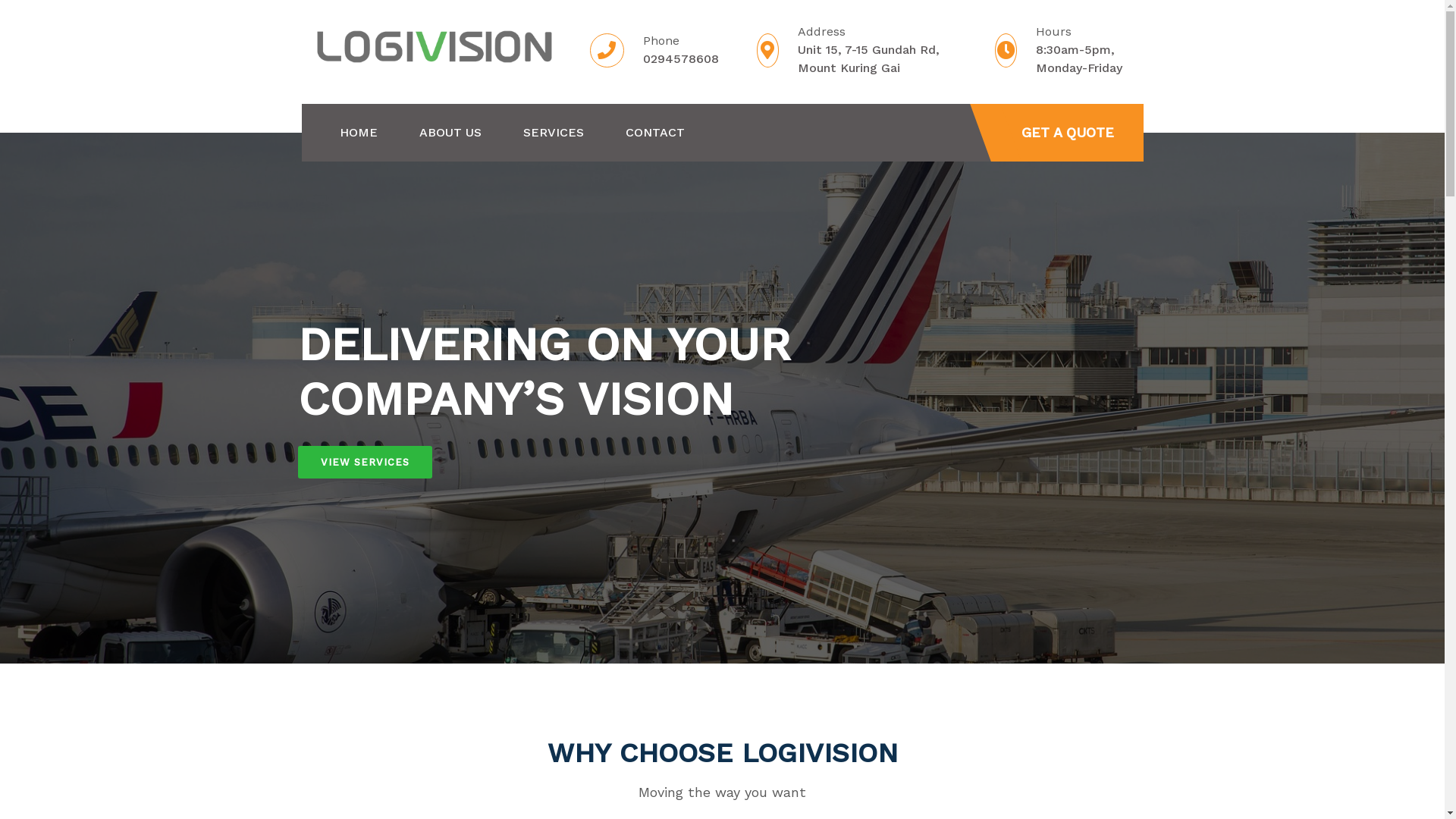  I want to click on 'GET A QUOTE', so click(1066, 131).